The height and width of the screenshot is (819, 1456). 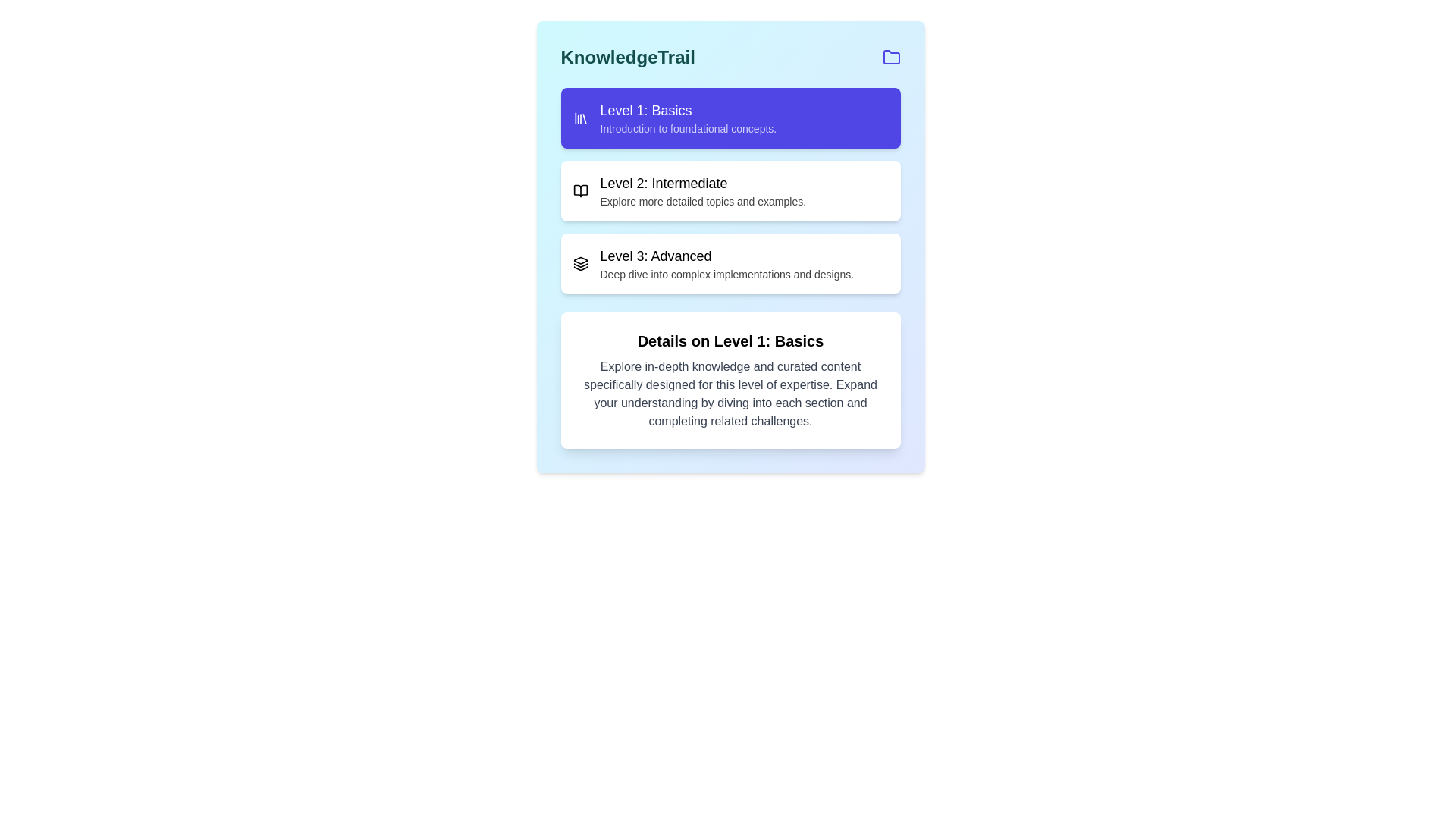 What do you see at coordinates (726, 256) in the screenshot?
I see `the text from the title element indicating the level and its associated complexity` at bounding box center [726, 256].